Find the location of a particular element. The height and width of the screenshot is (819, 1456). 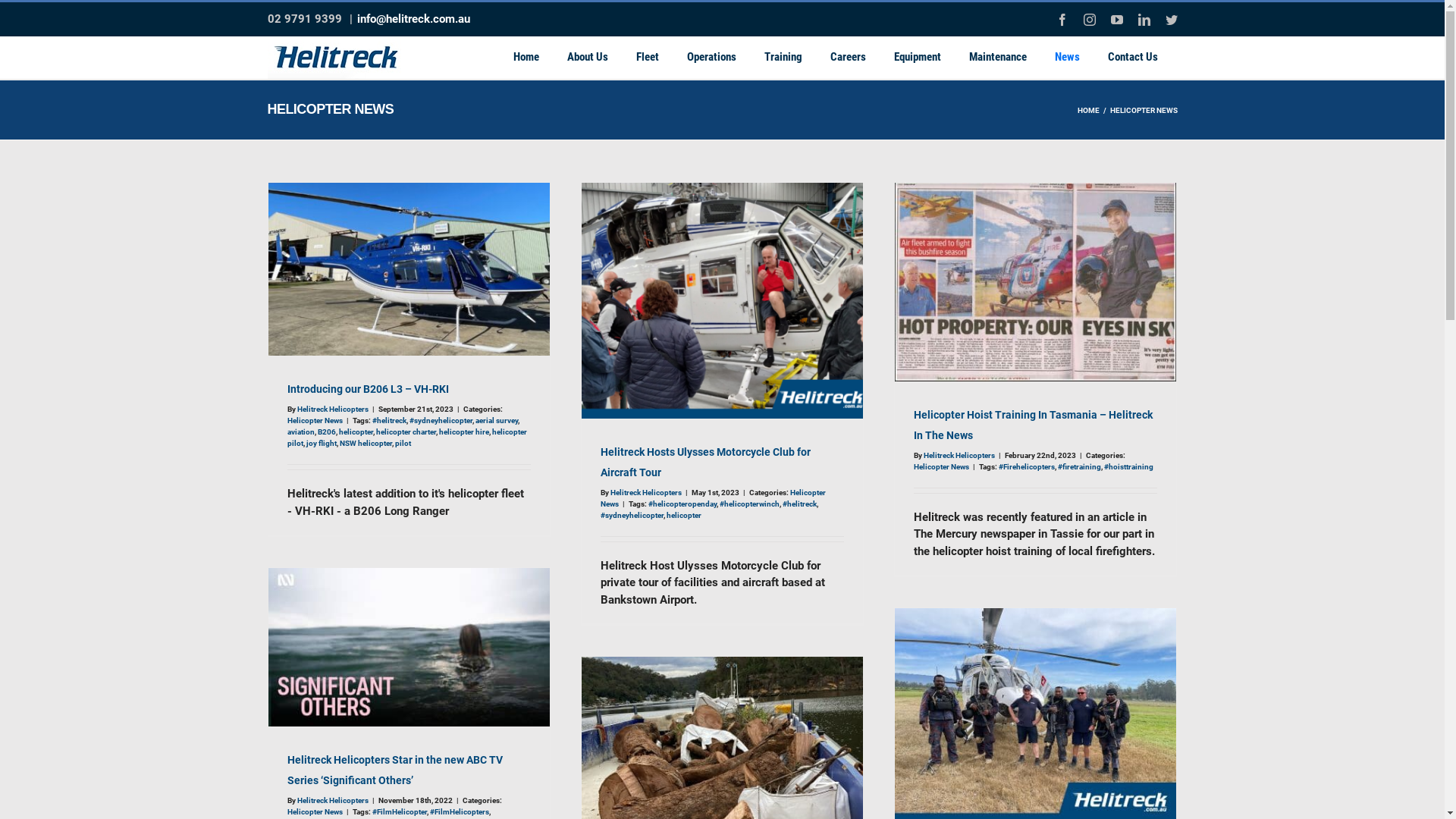

'Careers' is located at coordinates (847, 56).